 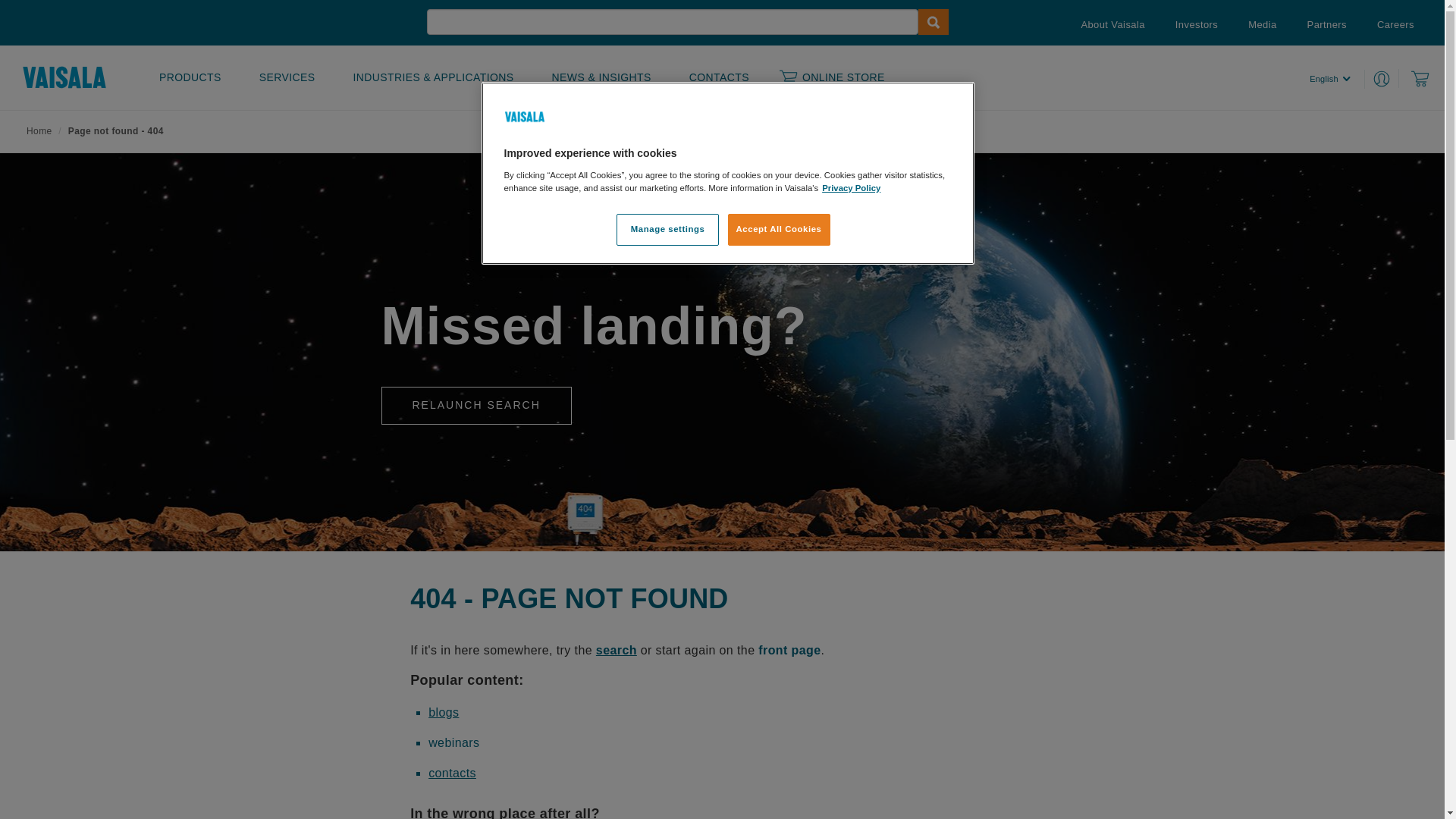 I want to click on 'Login to MyVaisala', so click(x=1385, y=78).